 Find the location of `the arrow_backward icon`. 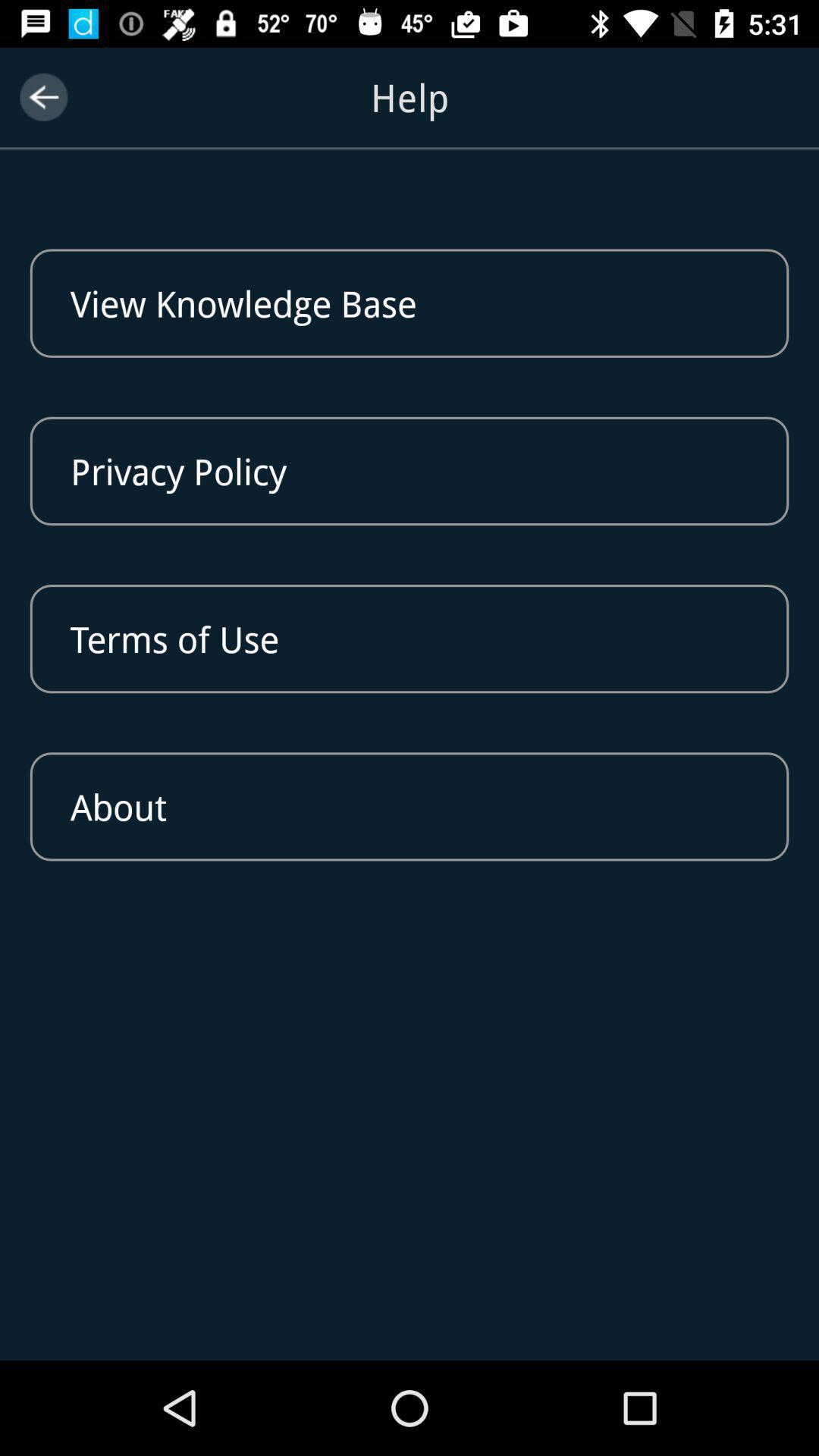

the arrow_backward icon is located at coordinates (42, 96).